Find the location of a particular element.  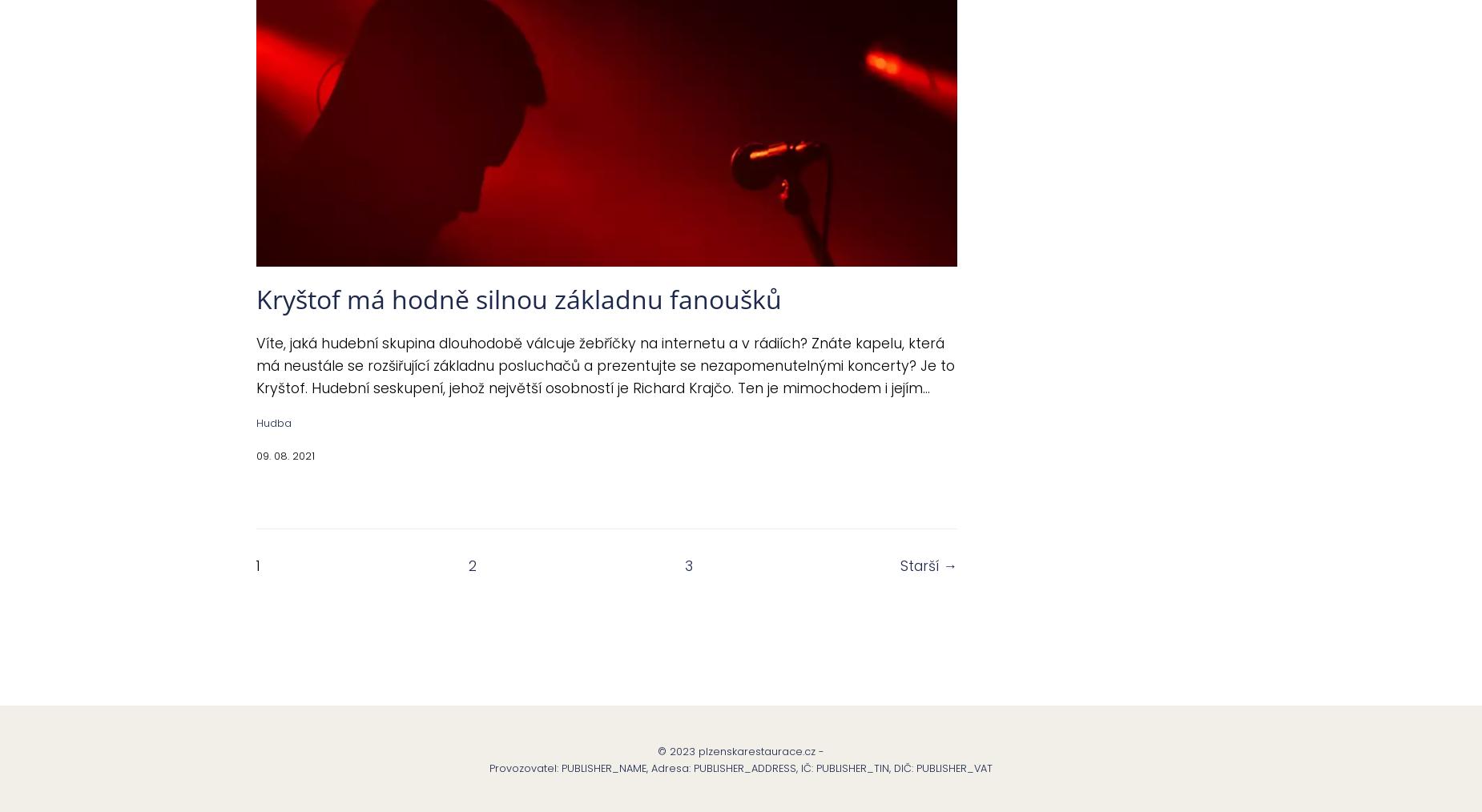

'Hudba' is located at coordinates (256, 422).